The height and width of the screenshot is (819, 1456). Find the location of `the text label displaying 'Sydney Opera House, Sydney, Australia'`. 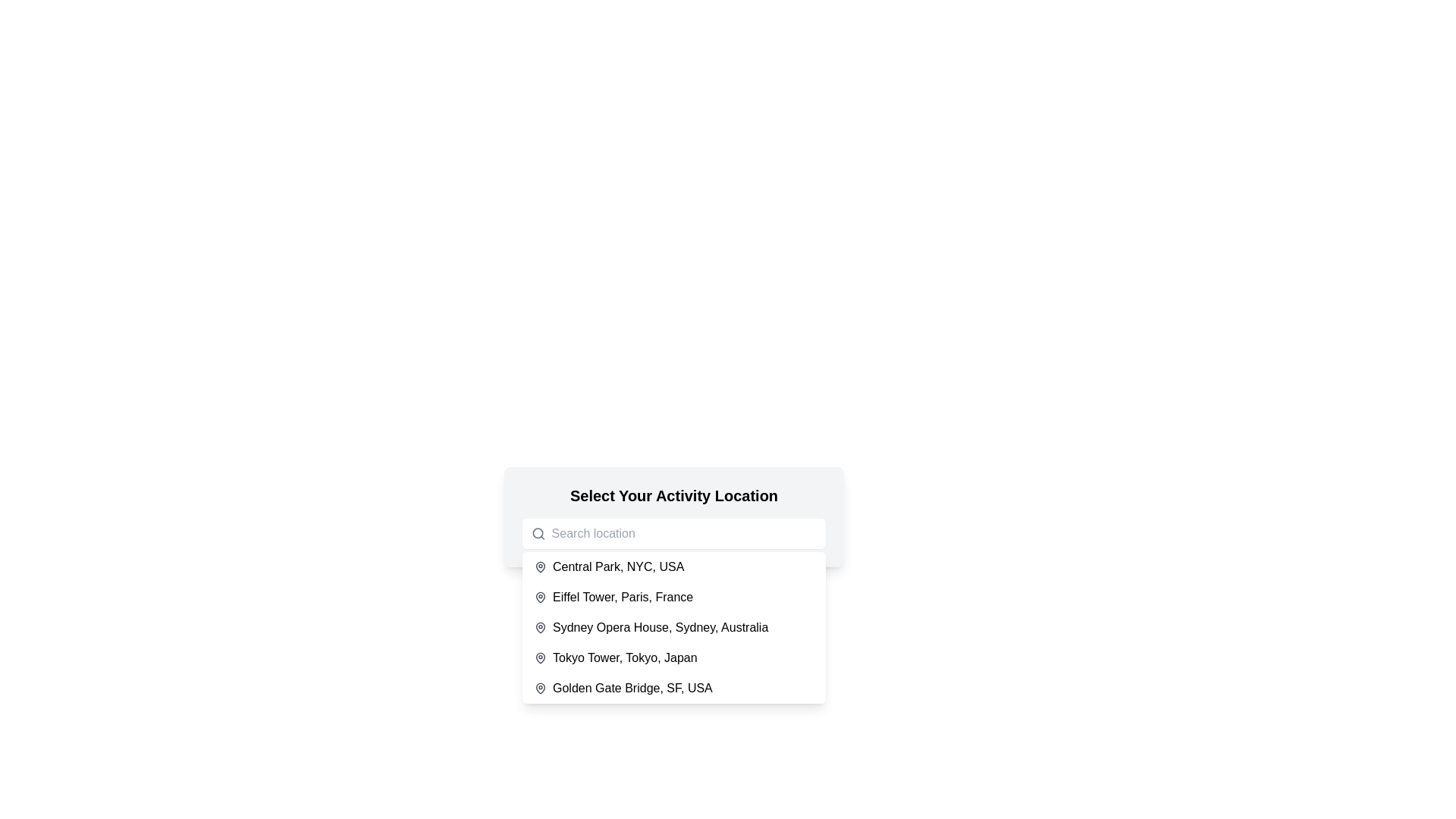

the text label displaying 'Sydney Opera House, Sydney, Australia' is located at coordinates (661, 628).